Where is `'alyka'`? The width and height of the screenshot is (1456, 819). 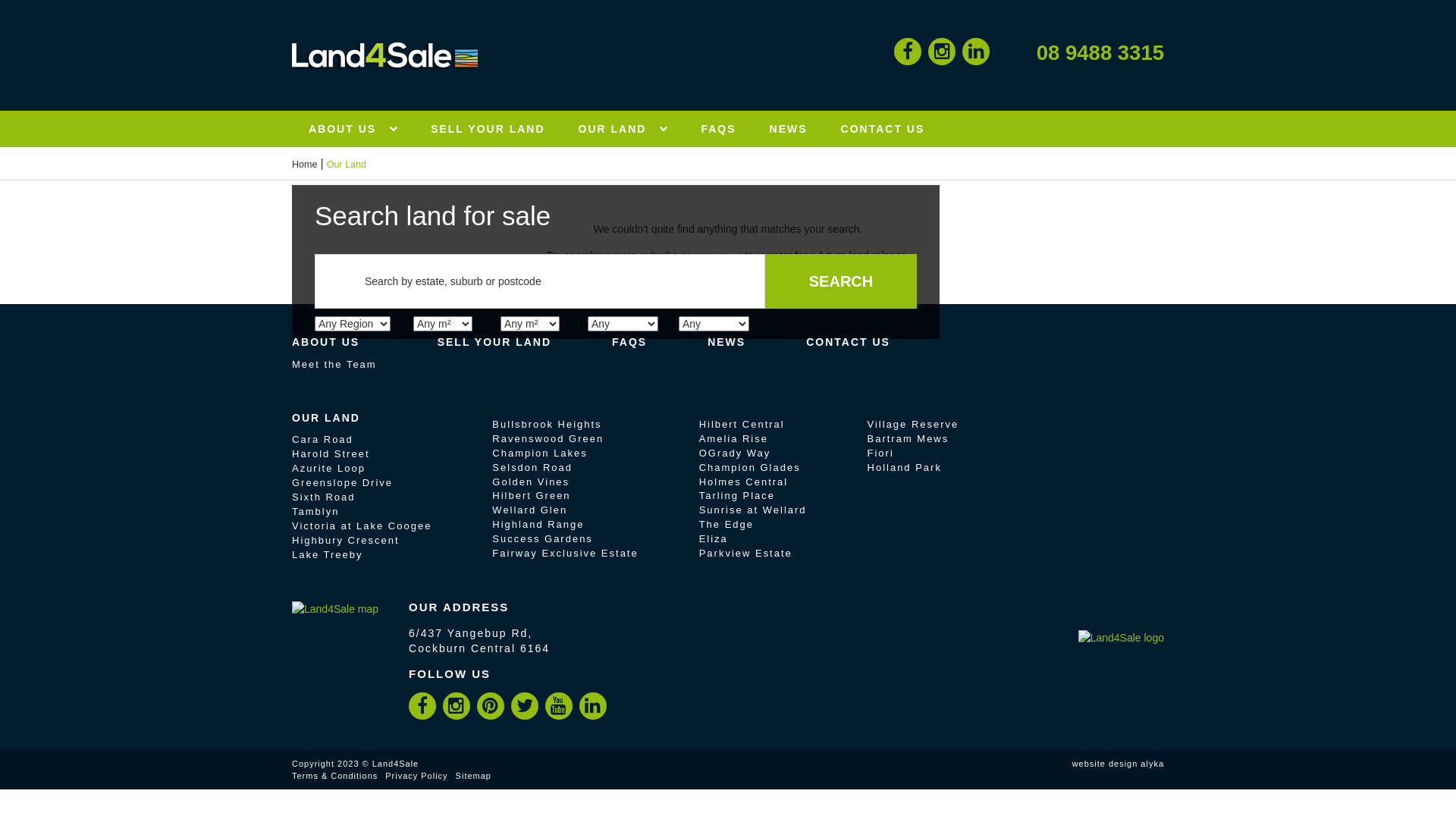 'alyka' is located at coordinates (1140, 763).